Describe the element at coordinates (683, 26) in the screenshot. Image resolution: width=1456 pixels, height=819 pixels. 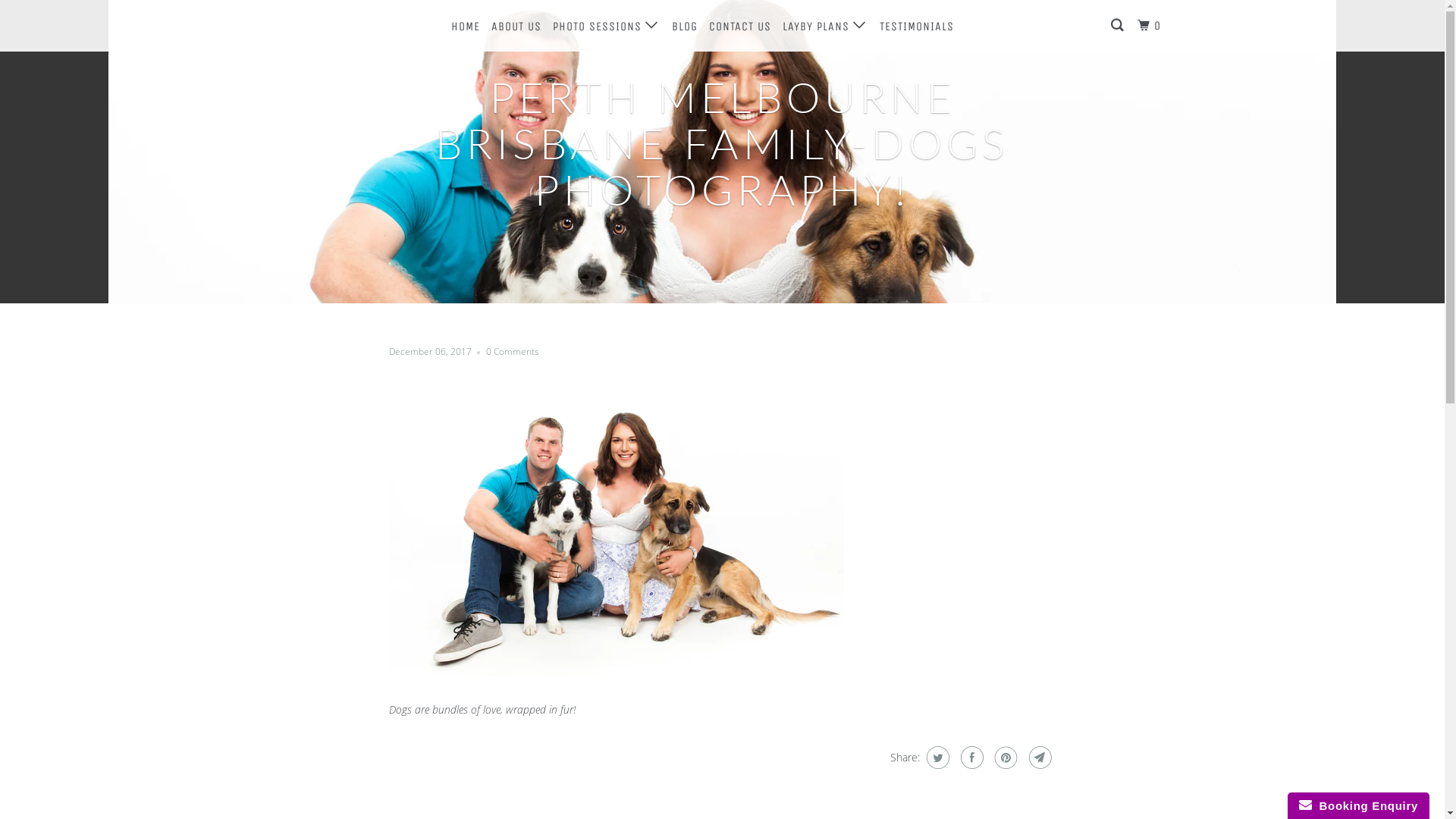
I see `'BLOG'` at that location.